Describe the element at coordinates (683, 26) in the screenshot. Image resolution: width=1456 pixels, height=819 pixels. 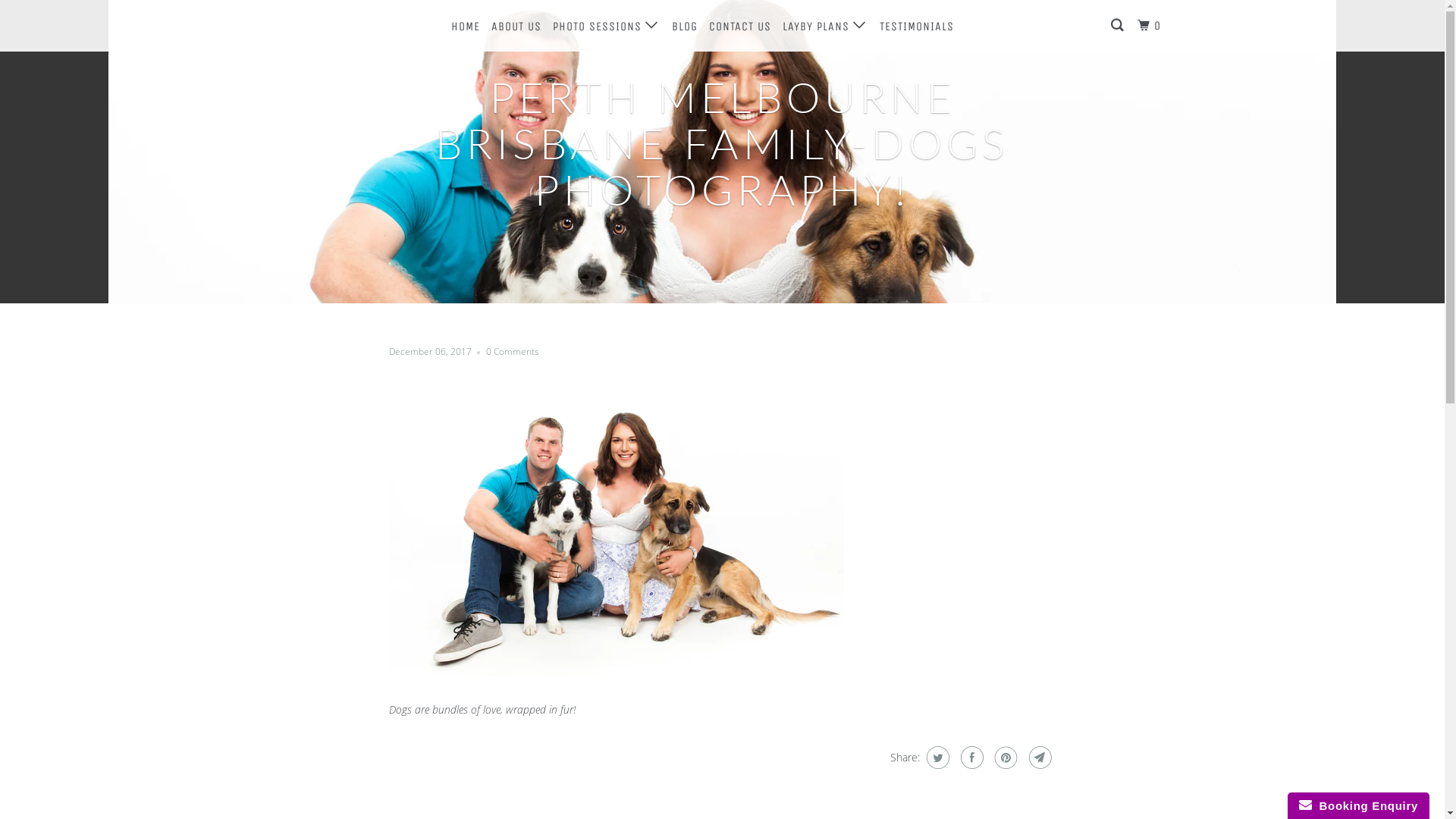
I see `'BLOG'` at that location.